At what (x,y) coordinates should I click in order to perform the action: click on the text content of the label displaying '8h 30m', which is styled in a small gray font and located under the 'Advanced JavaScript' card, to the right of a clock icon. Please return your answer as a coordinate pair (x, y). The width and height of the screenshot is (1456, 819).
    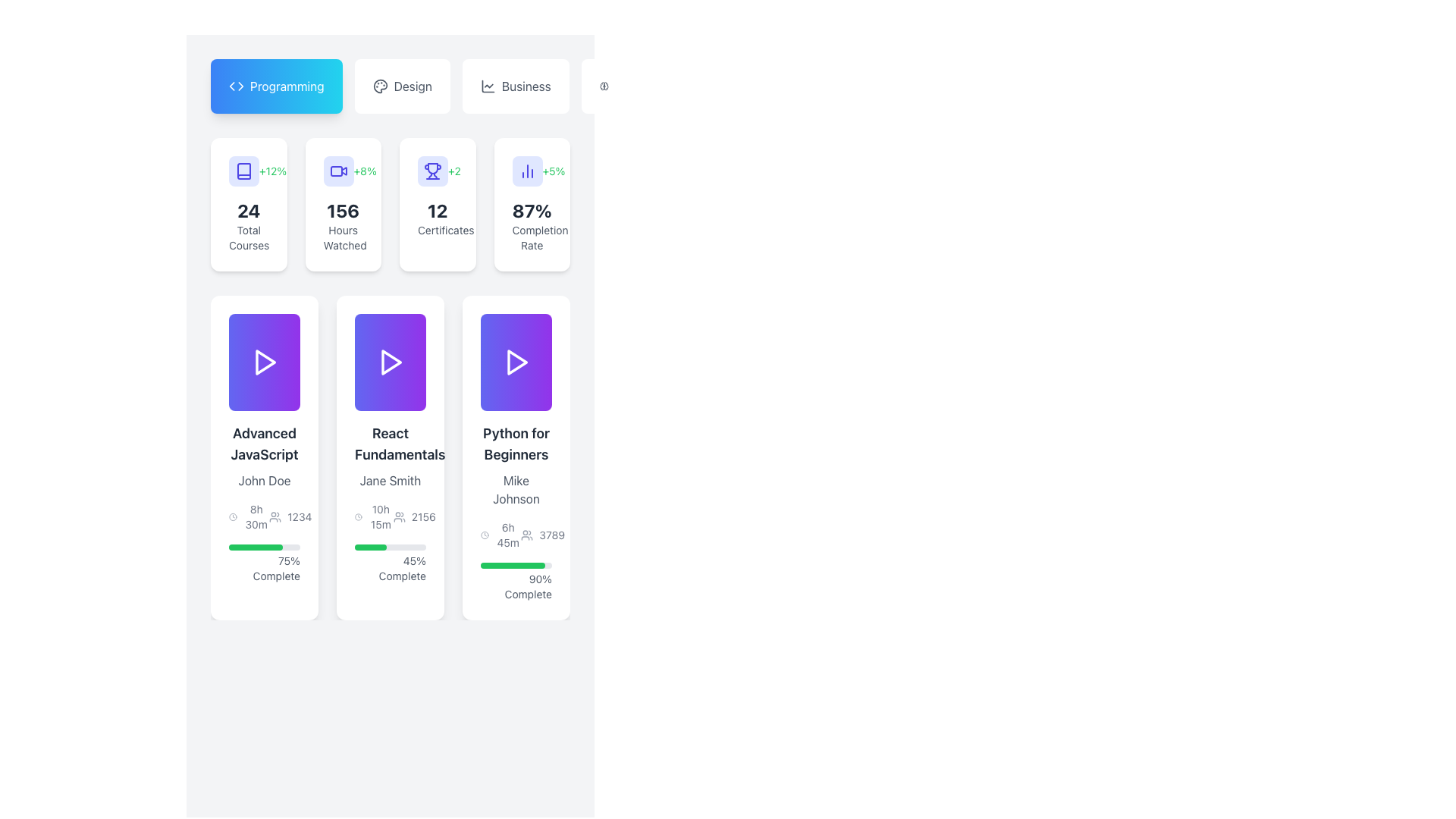
    Looking at the image, I should click on (256, 516).